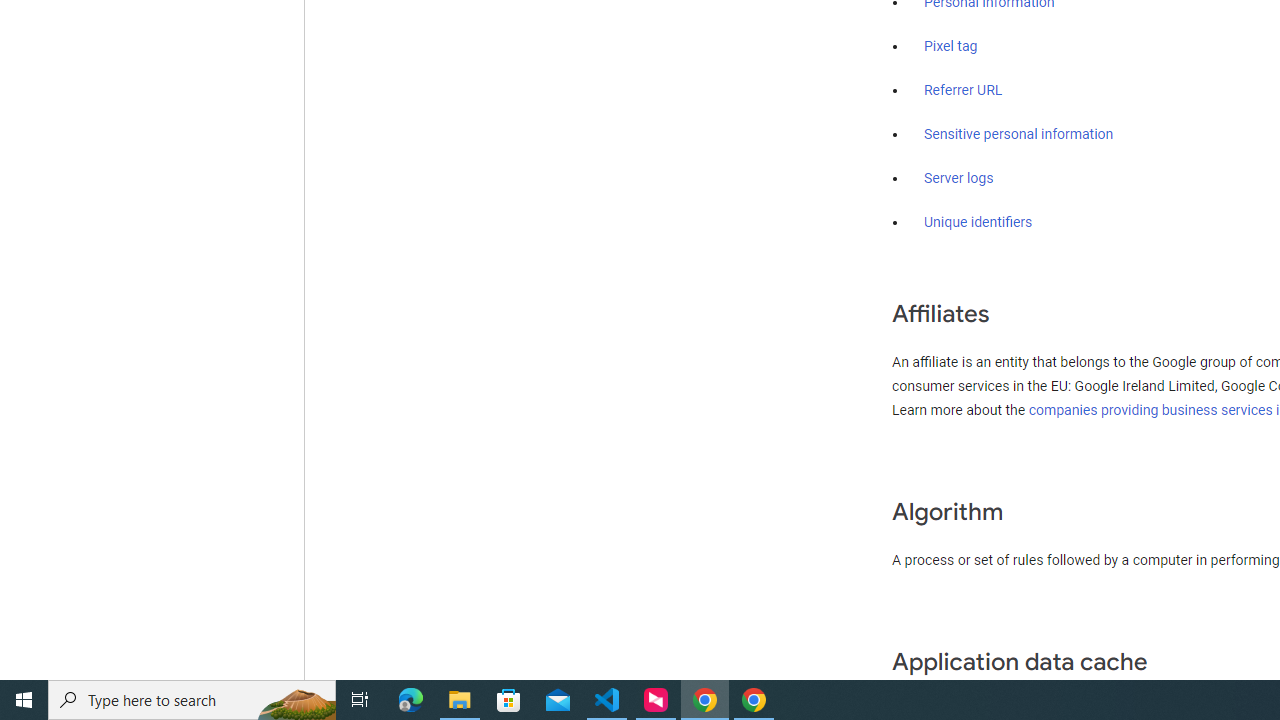 The width and height of the screenshot is (1280, 720). I want to click on 'Pixel tag', so click(950, 46).